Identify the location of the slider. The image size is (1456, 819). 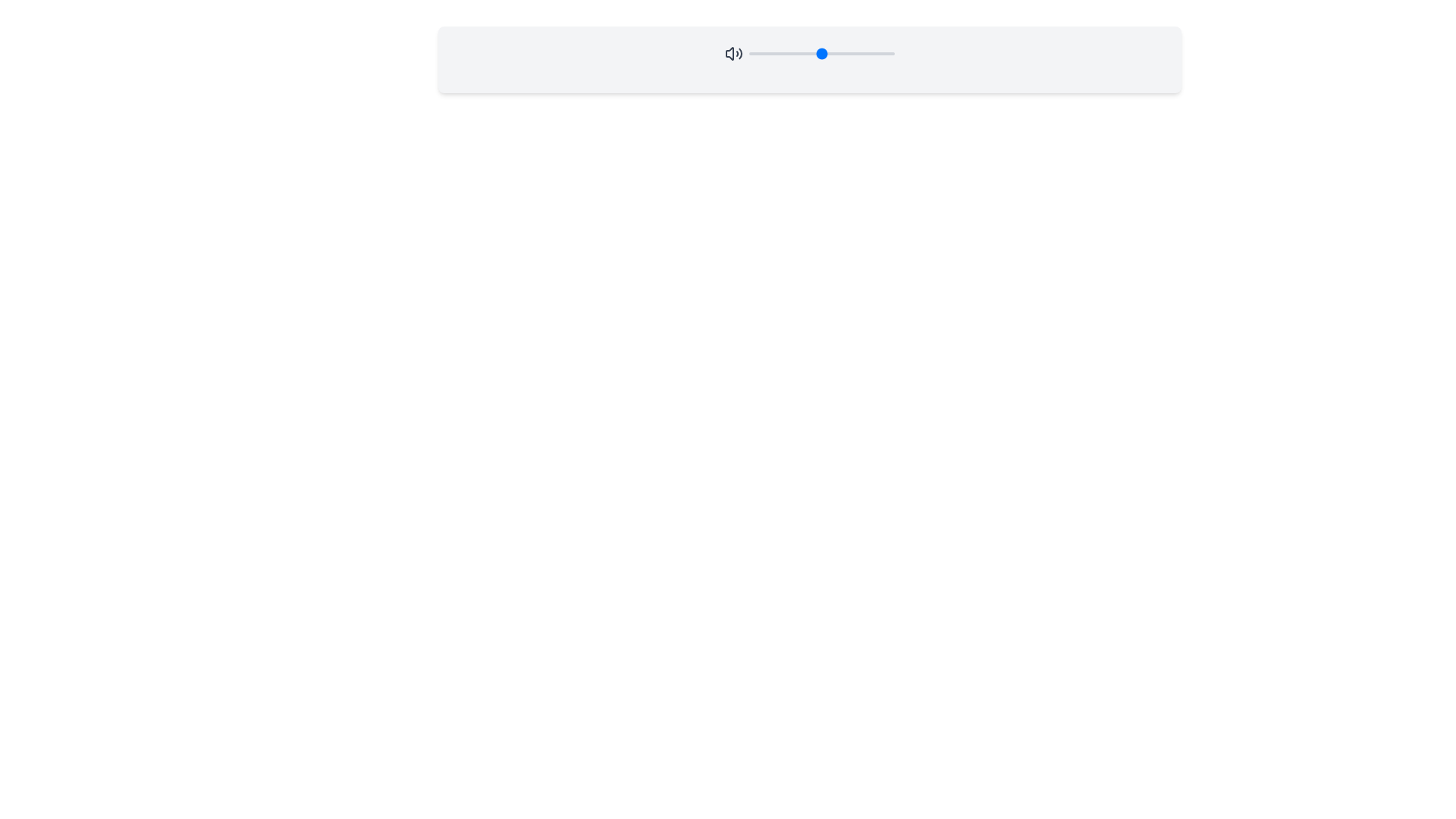
(820, 52).